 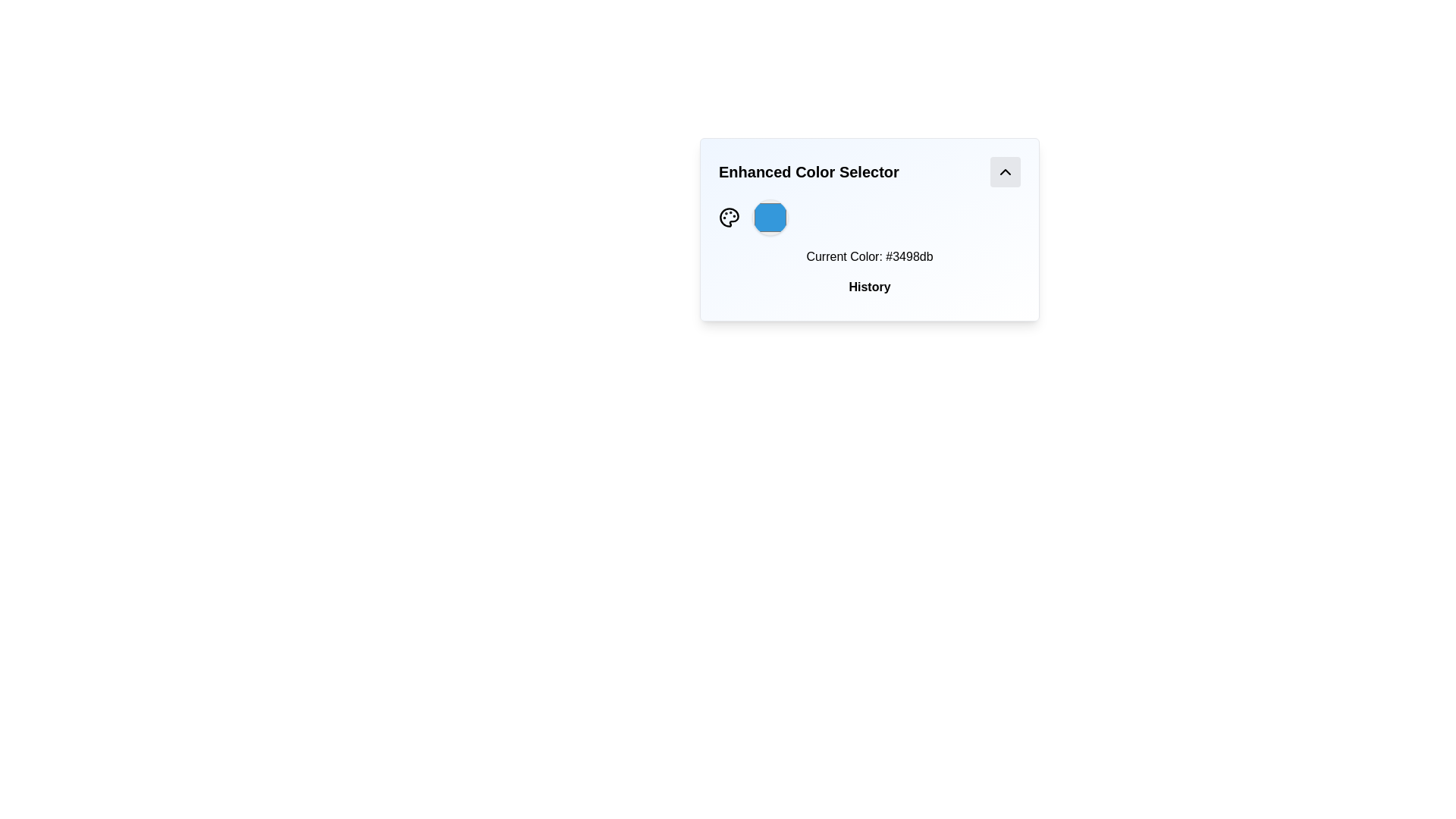 I want to click on the upward-facing chevron icon in the top-right corner of the 'Enhanced Color Selector' card, so click(x=1005, y=171).